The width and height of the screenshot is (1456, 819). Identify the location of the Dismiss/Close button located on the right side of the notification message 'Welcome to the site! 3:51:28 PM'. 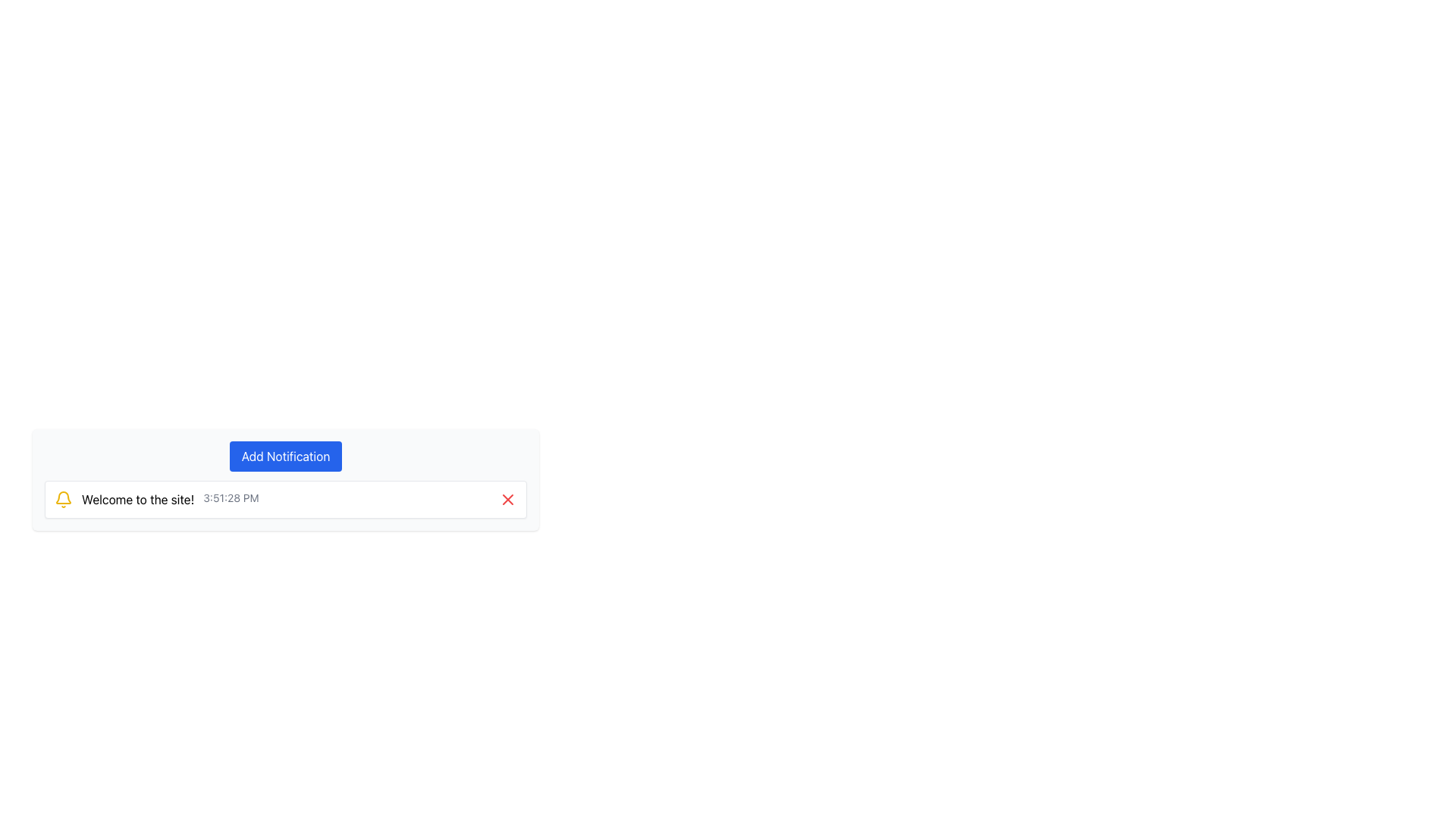
(508, 500).